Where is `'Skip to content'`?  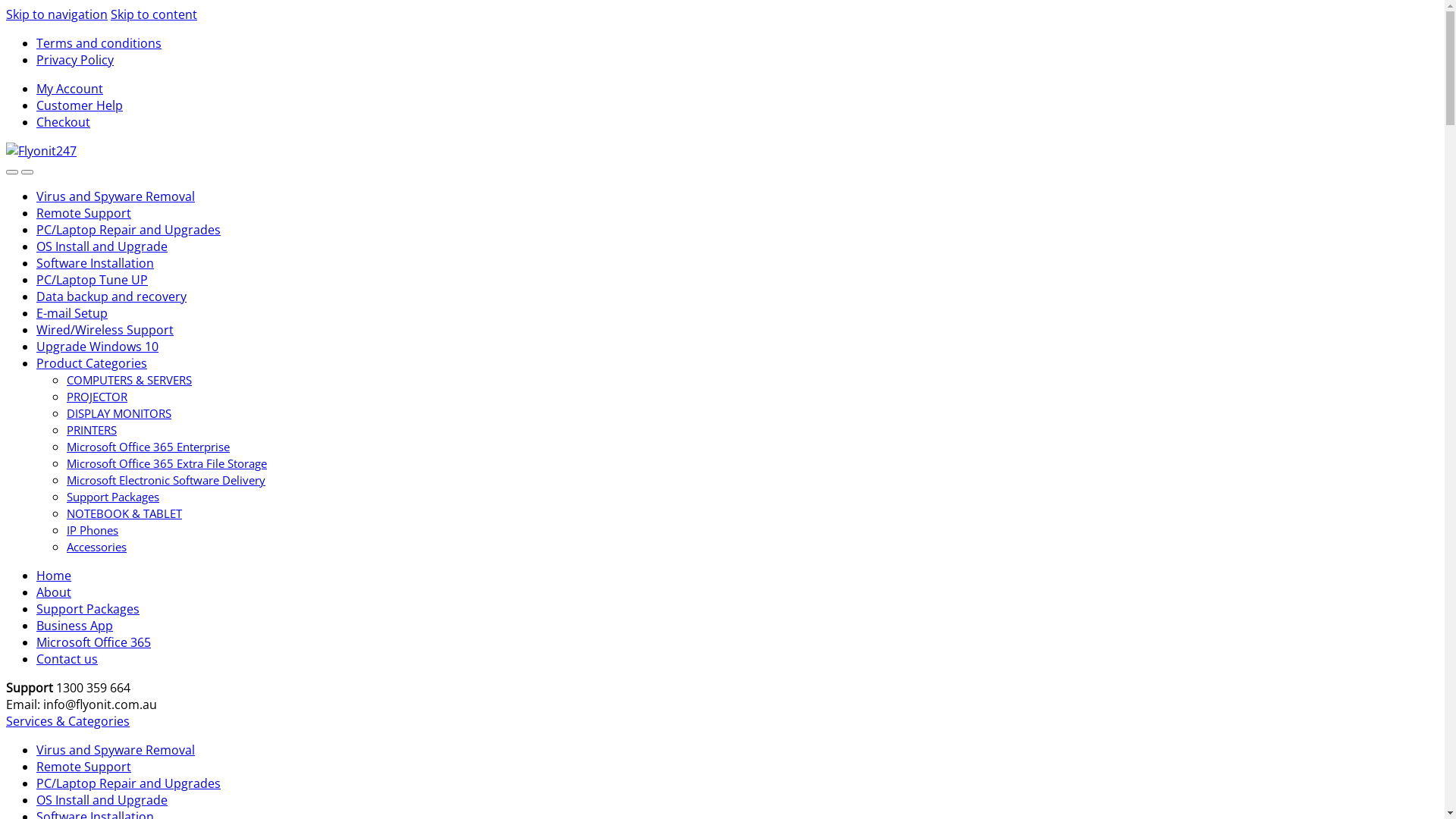 'Skip to content' is located at coordinates (153, 14).